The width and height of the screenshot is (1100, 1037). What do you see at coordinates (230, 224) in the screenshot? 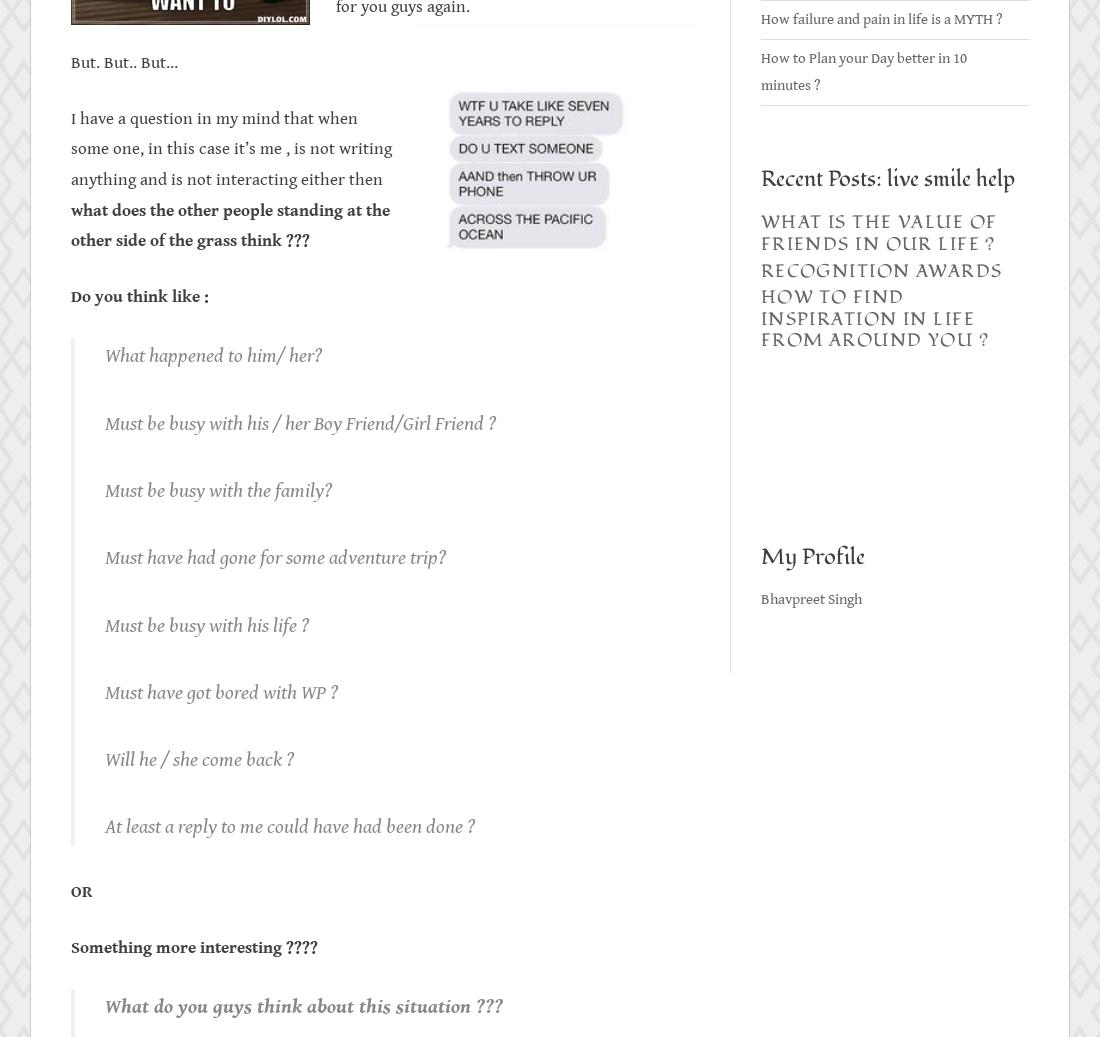
I see `'what does the other people standing at the other side of the grass think ???'` at bounding box center [230, 224].